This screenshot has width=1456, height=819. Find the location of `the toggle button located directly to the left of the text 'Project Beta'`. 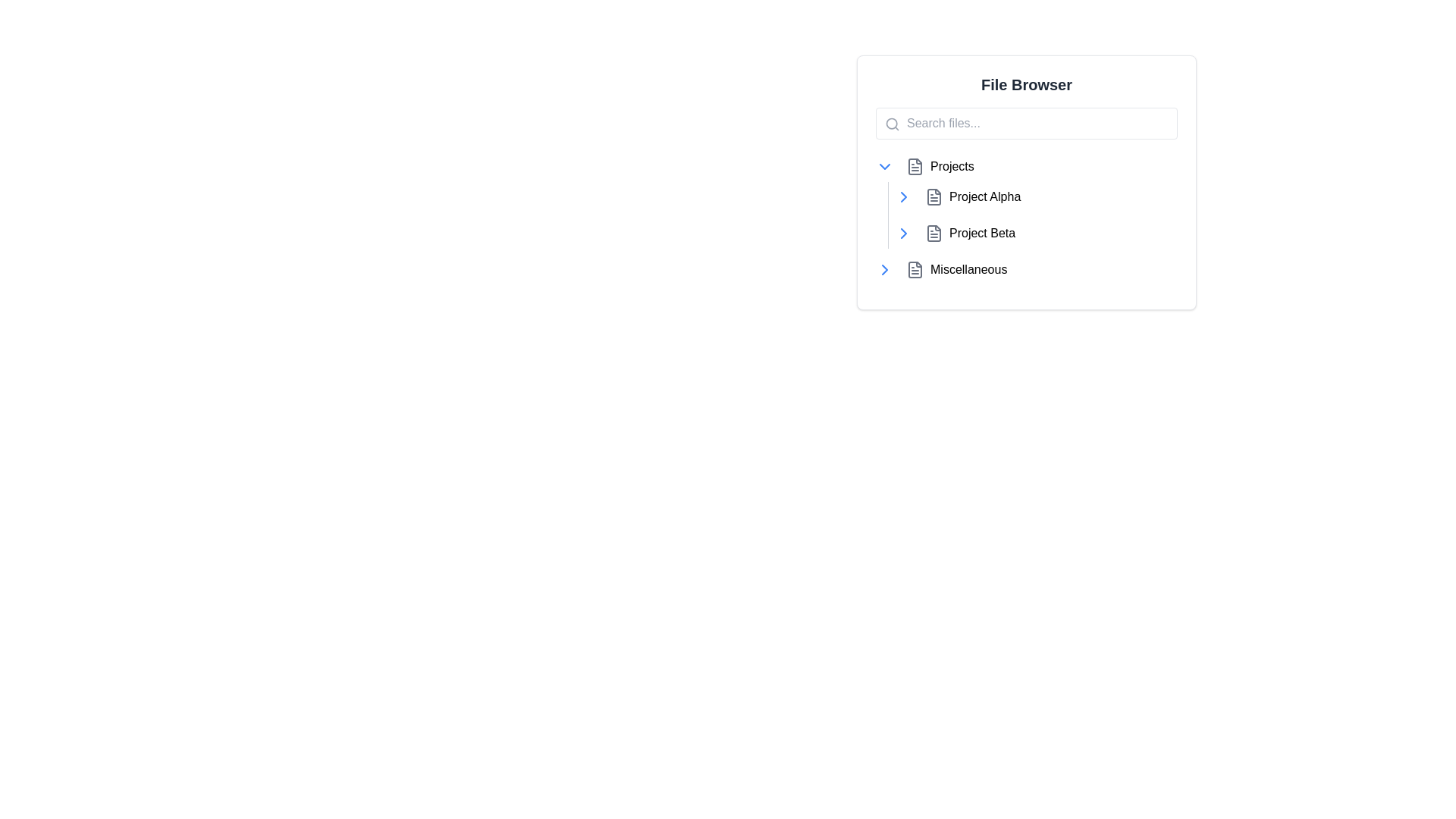

the toggle button located directly to the left of the text 'Project Beta' is located at coordinates (903, 234).